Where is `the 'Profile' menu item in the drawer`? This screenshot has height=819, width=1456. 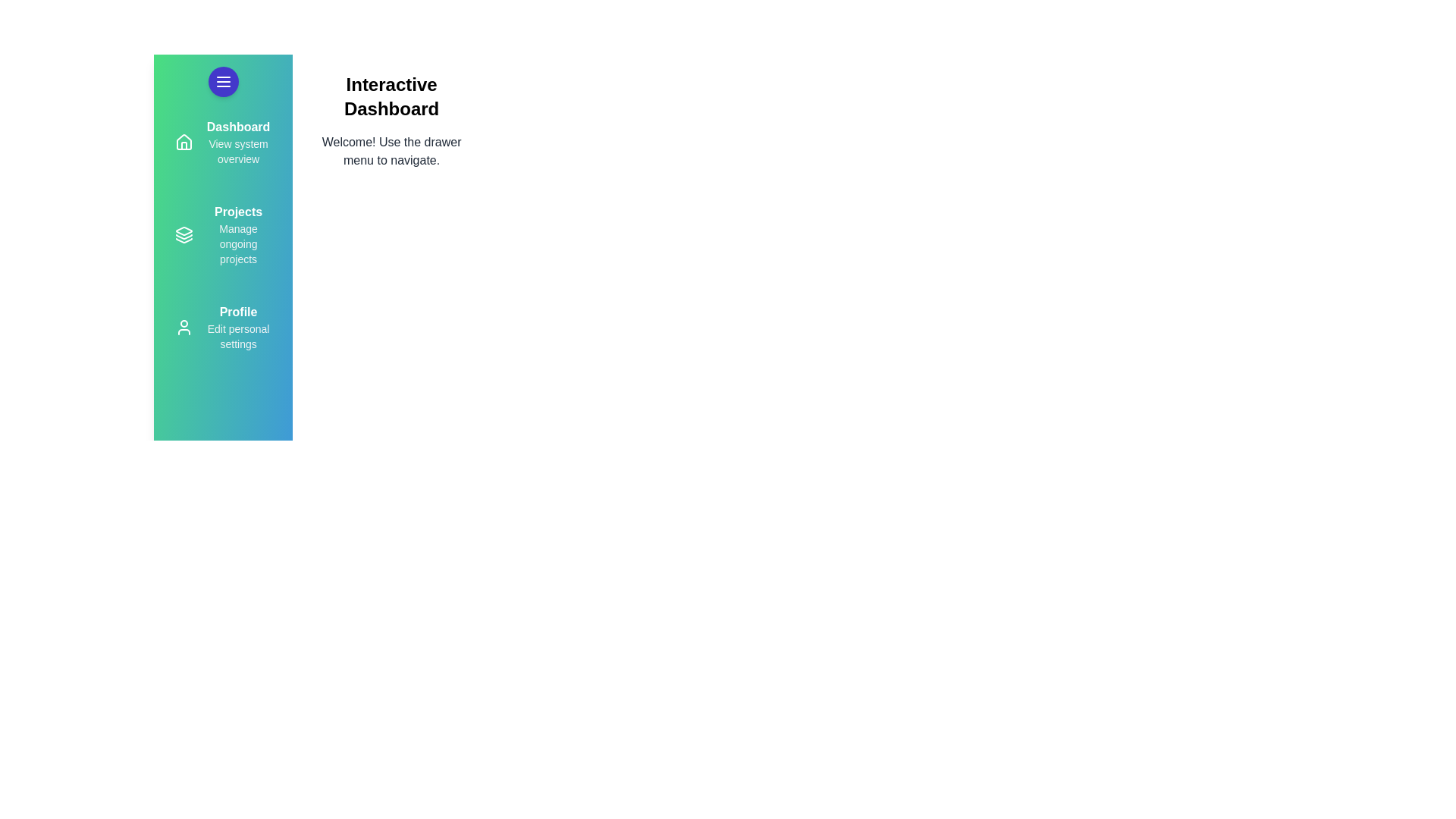
the 'Profile' menu item in the drawer is located at coordinates (237, 327).